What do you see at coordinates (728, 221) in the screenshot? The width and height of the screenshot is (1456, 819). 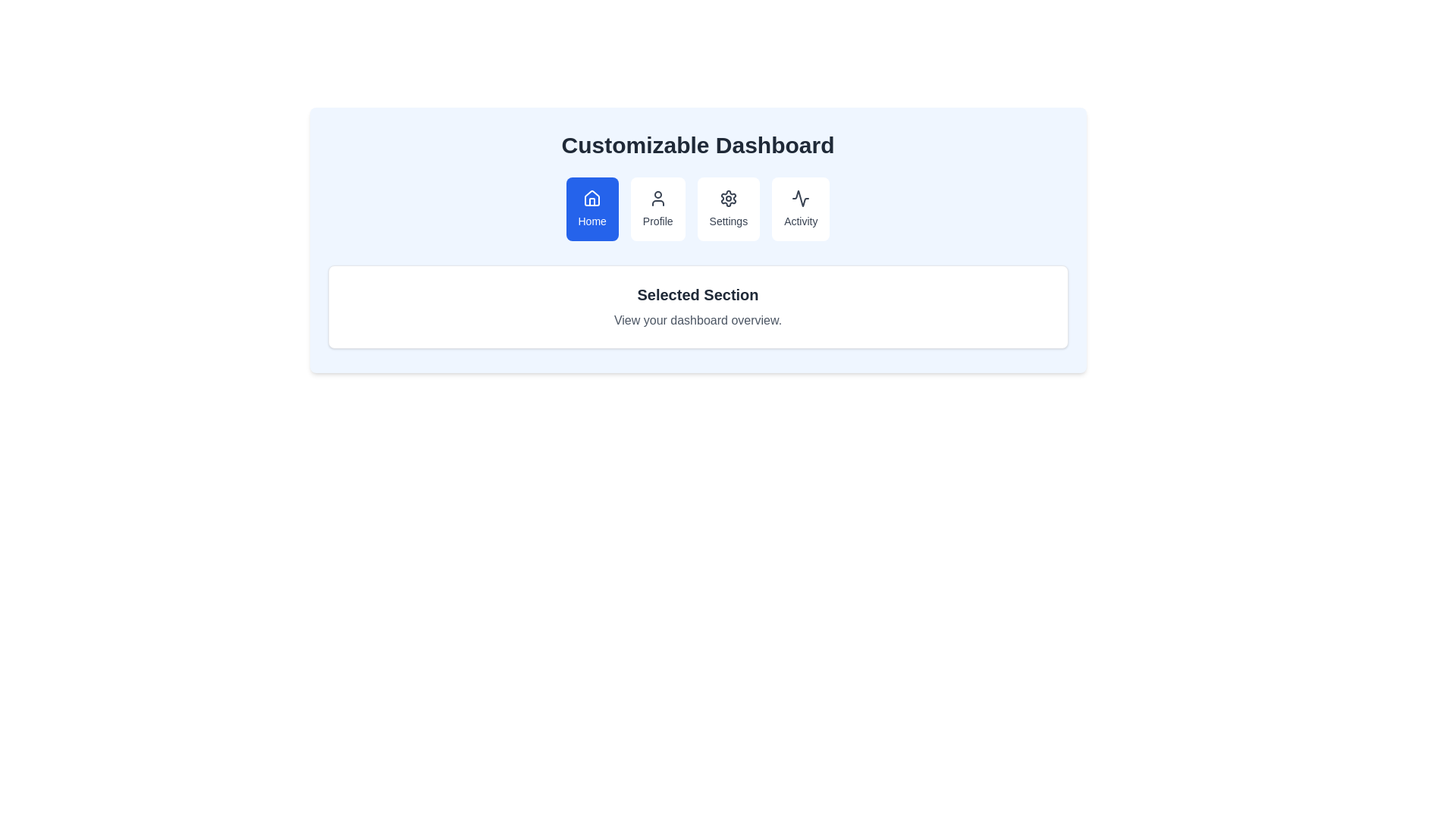 I see `the 'Settings' text label, which is displayed in gray color and located below the gear icon in the third button of a horizontal row labeled 'Home', 'Profile', 'Settings', and 'Activity'` at bounding box center [728, 221].